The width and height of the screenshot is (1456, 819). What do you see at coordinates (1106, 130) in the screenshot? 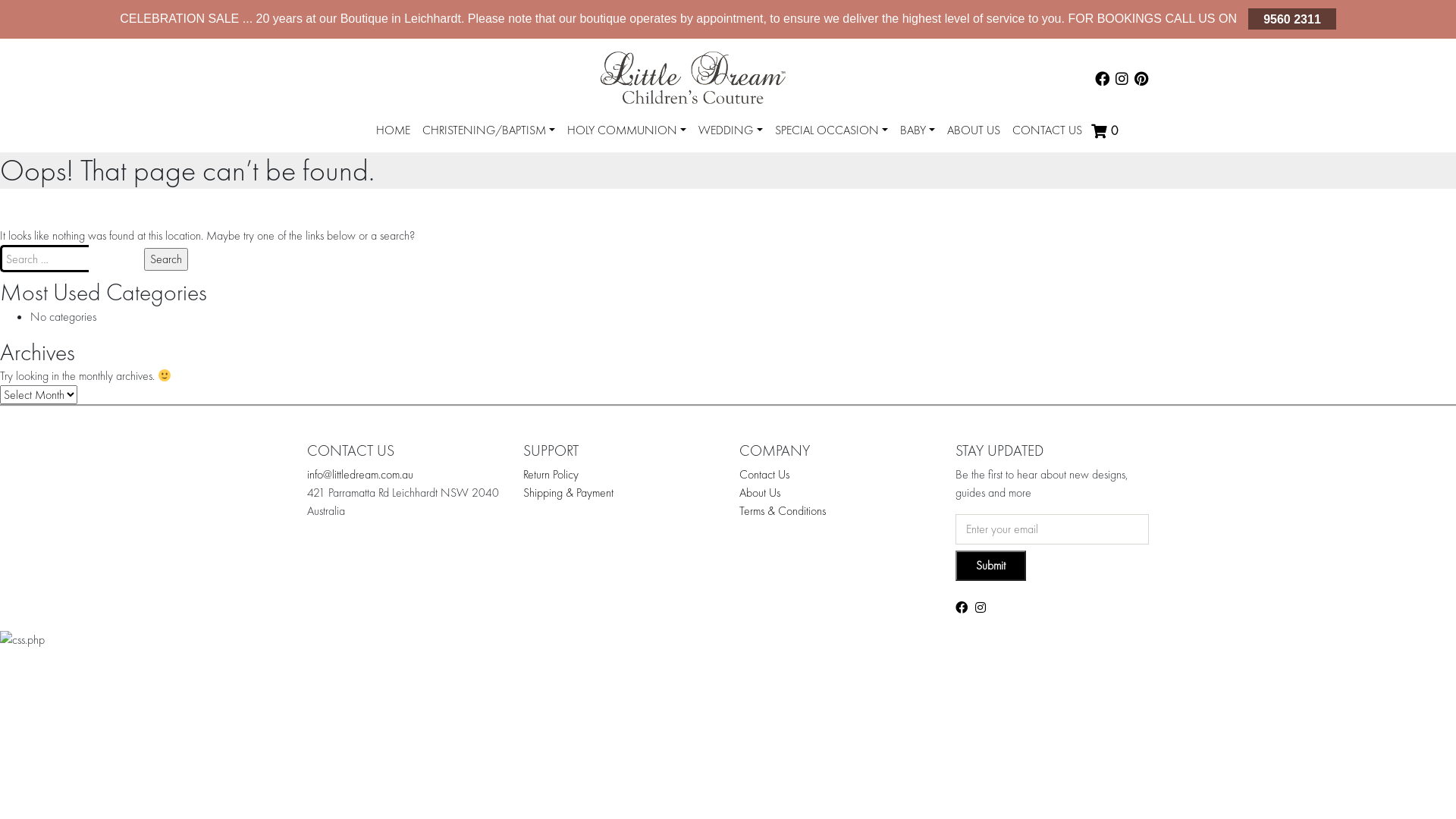
I see `'0'` at bounding box center [1106, 130].